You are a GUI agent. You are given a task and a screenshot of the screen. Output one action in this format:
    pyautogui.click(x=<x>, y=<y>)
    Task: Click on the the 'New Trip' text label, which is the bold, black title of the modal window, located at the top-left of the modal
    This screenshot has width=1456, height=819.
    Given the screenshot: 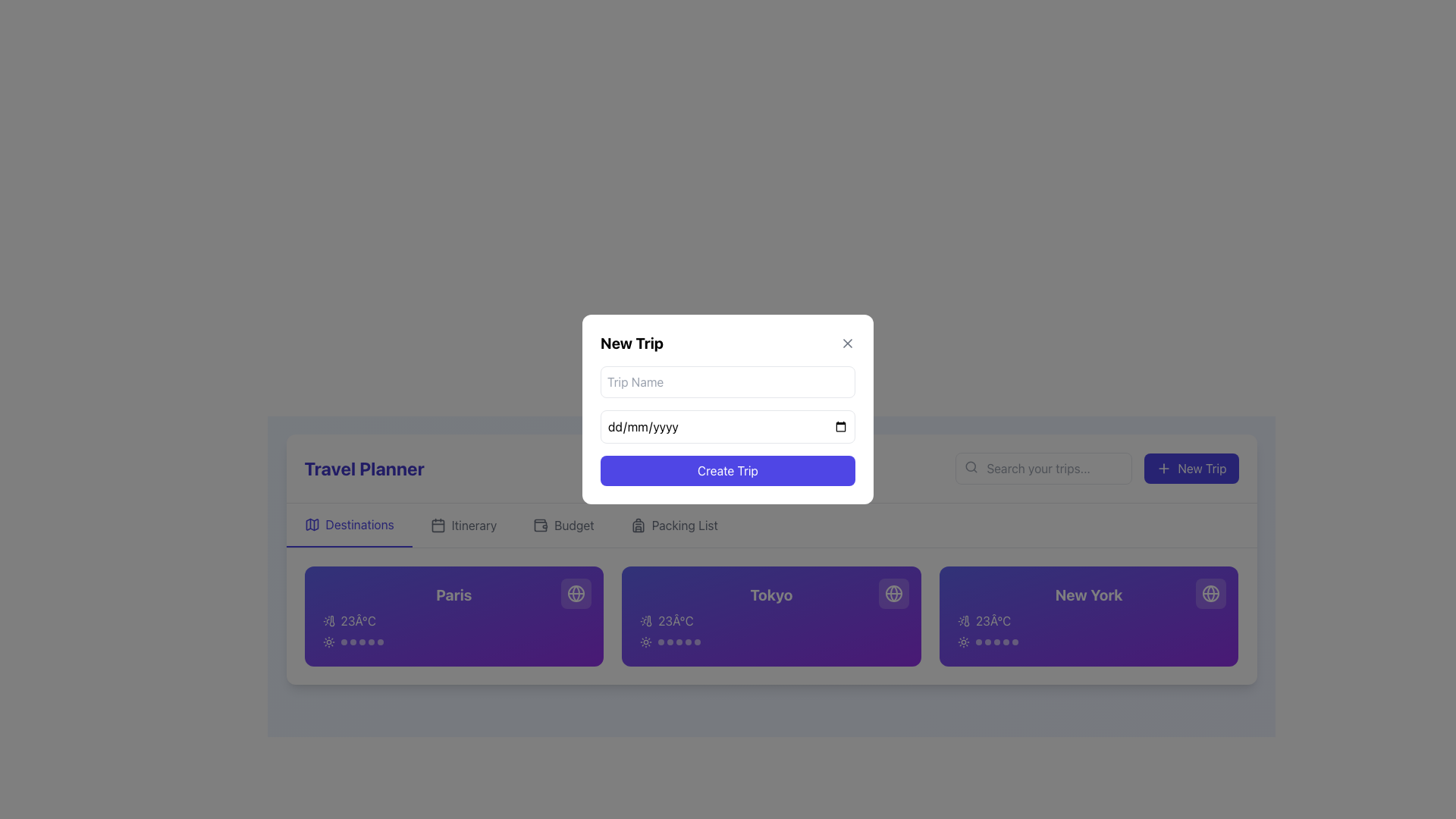 What is the action you would take?
    pyautogui.click(x=632, y=343)
    